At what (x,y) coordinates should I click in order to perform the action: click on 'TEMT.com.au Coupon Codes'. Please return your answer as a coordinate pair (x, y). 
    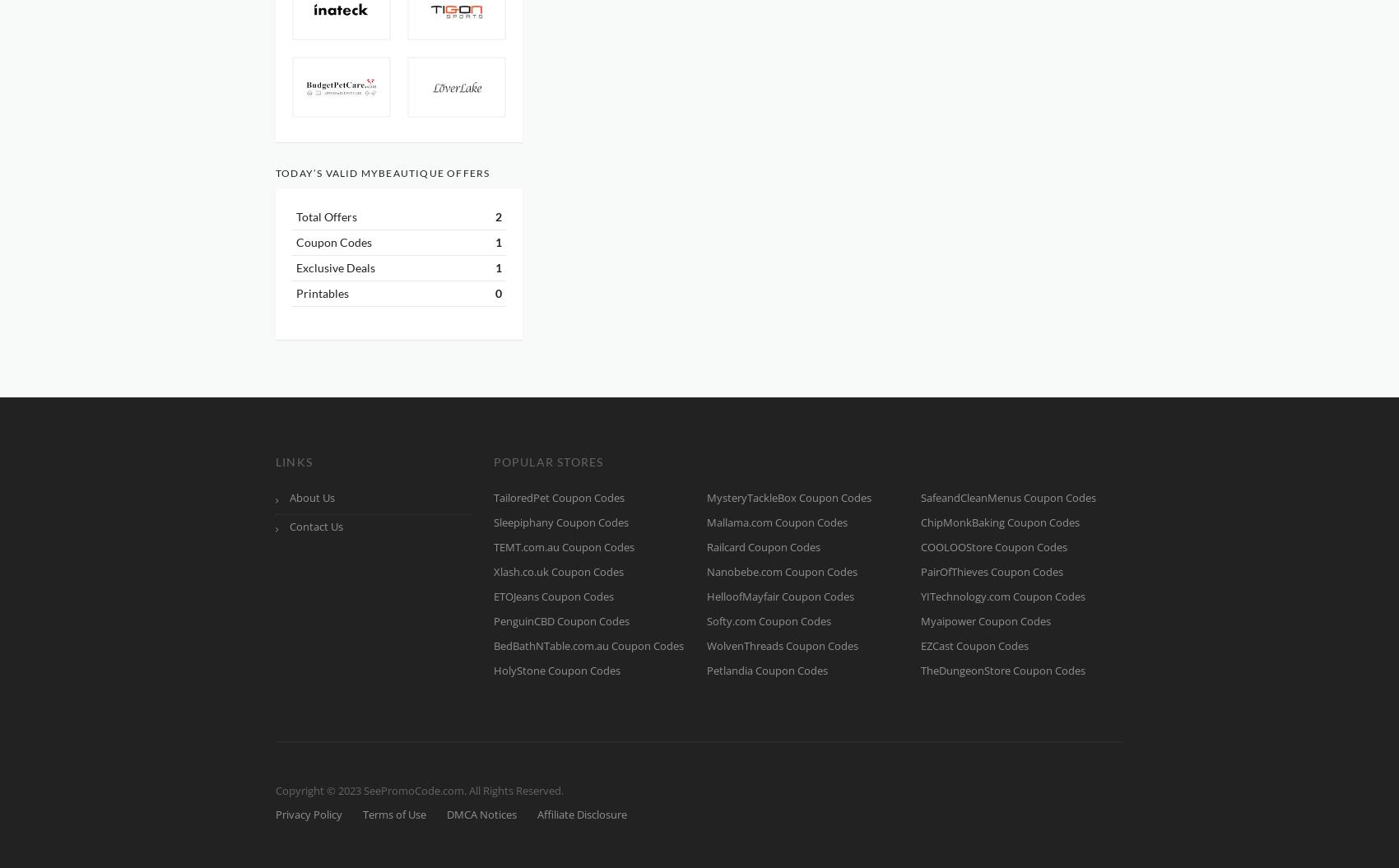
    Looking at the image, I should click on (492, 545).